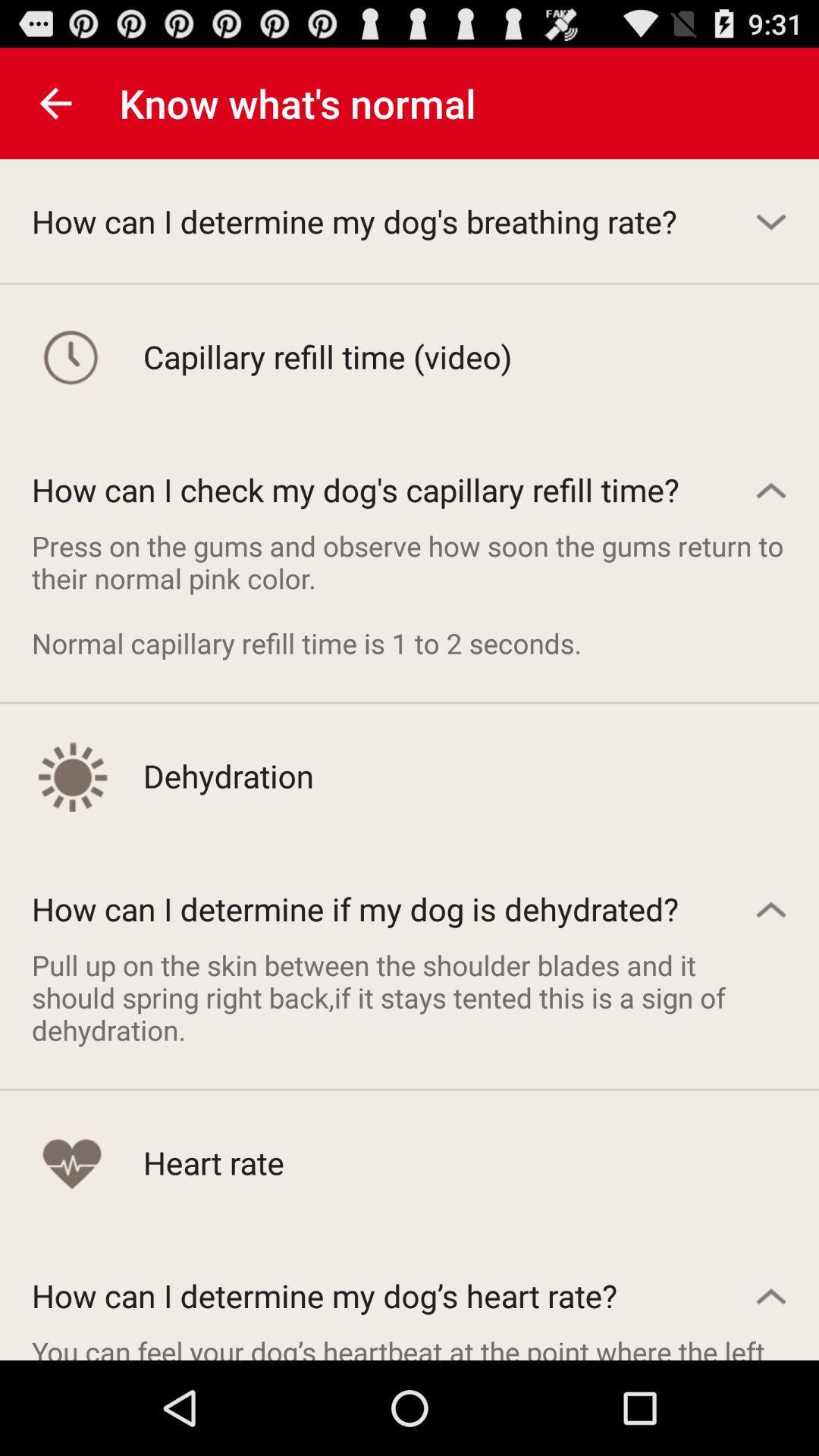 Image resolution: width=819 pixels, height=1456 pixels. Describe the element at coordinates (771, 1294) in the screenshot. I see `the caret right symbol which is to the right side of how can i determine my dogs heart rate` at that location.